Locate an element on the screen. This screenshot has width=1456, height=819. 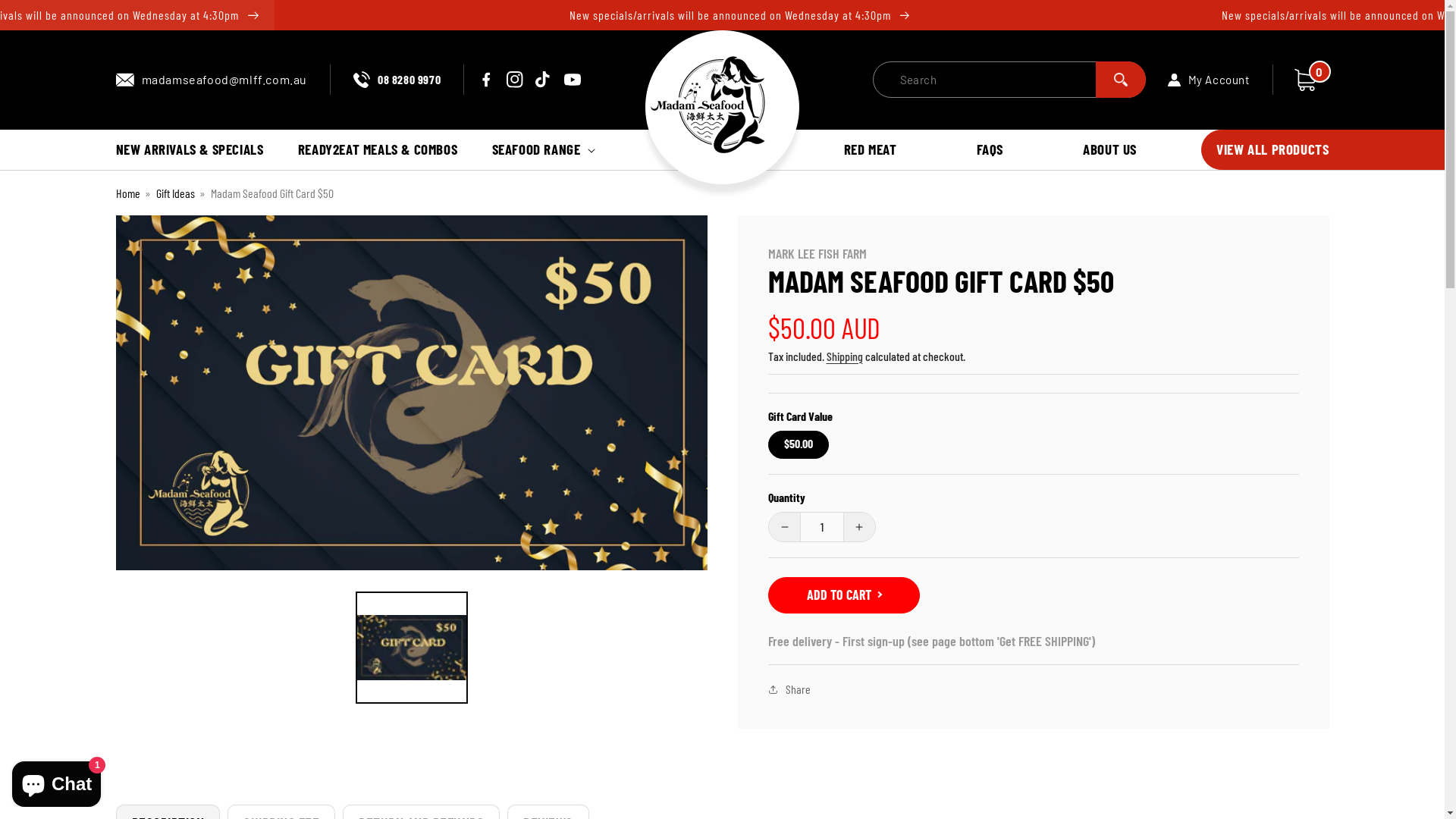
'READY2EAT MEALS & COMBOS' is located at coordinates (378, 149).